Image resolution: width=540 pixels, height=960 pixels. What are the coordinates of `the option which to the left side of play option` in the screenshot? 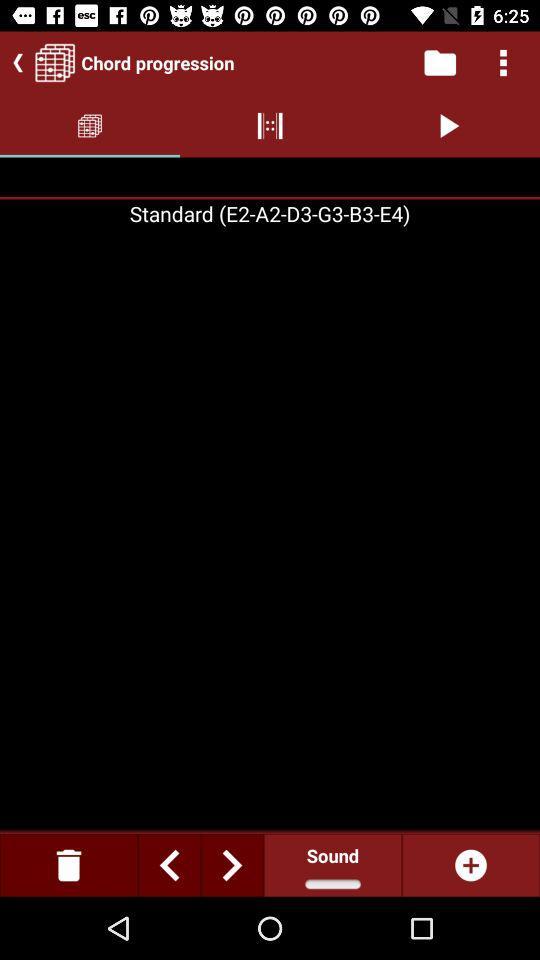 It's located at (270, 124).